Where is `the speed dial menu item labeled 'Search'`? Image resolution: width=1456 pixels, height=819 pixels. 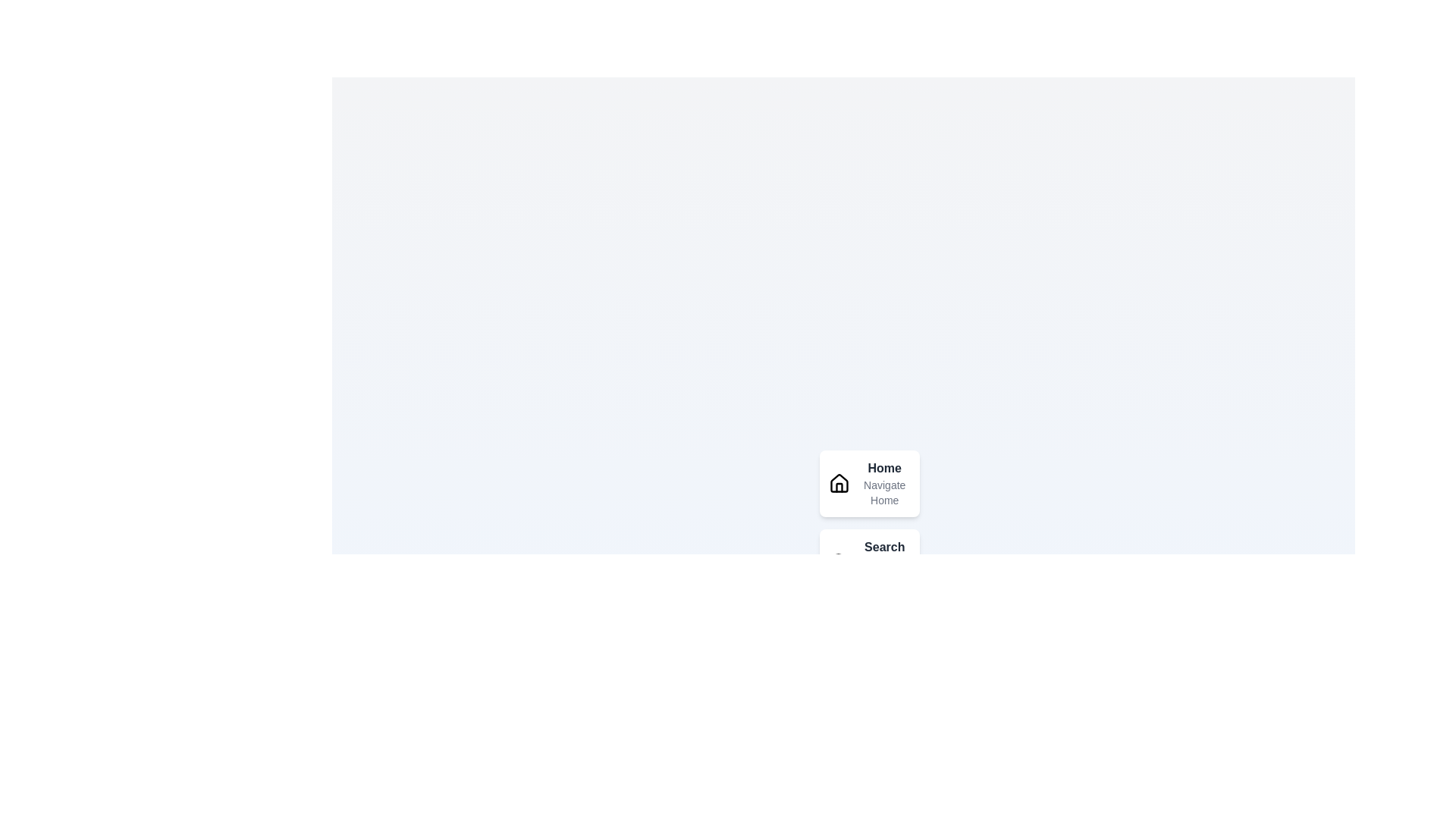
the speed dial menu item labeled 'Search' is located at coordinates (838, 562).